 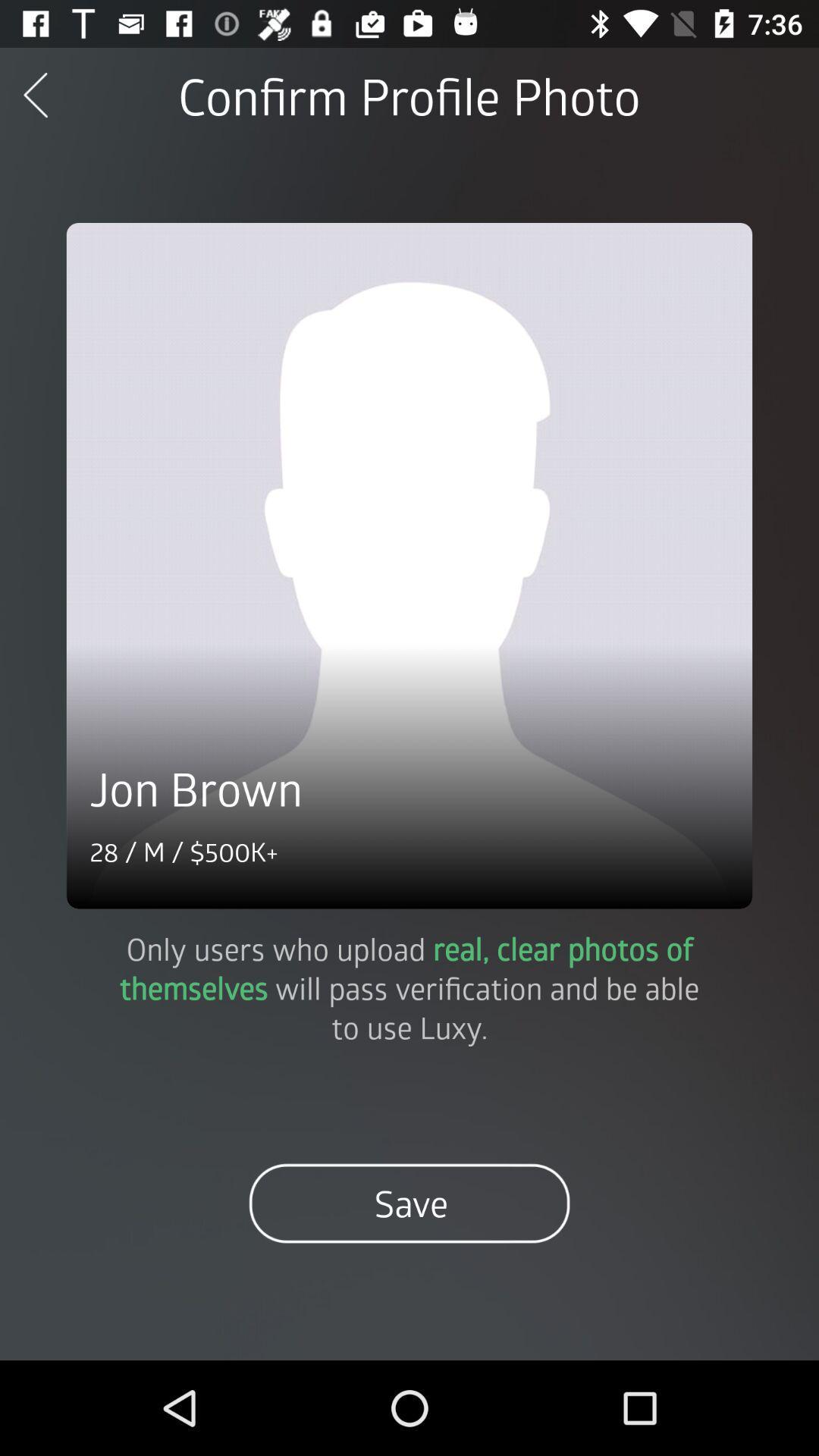 What do you see at coordinates (409, 987) in the screenshot?
I see `only users who icon` at bounding box center [409, 987].